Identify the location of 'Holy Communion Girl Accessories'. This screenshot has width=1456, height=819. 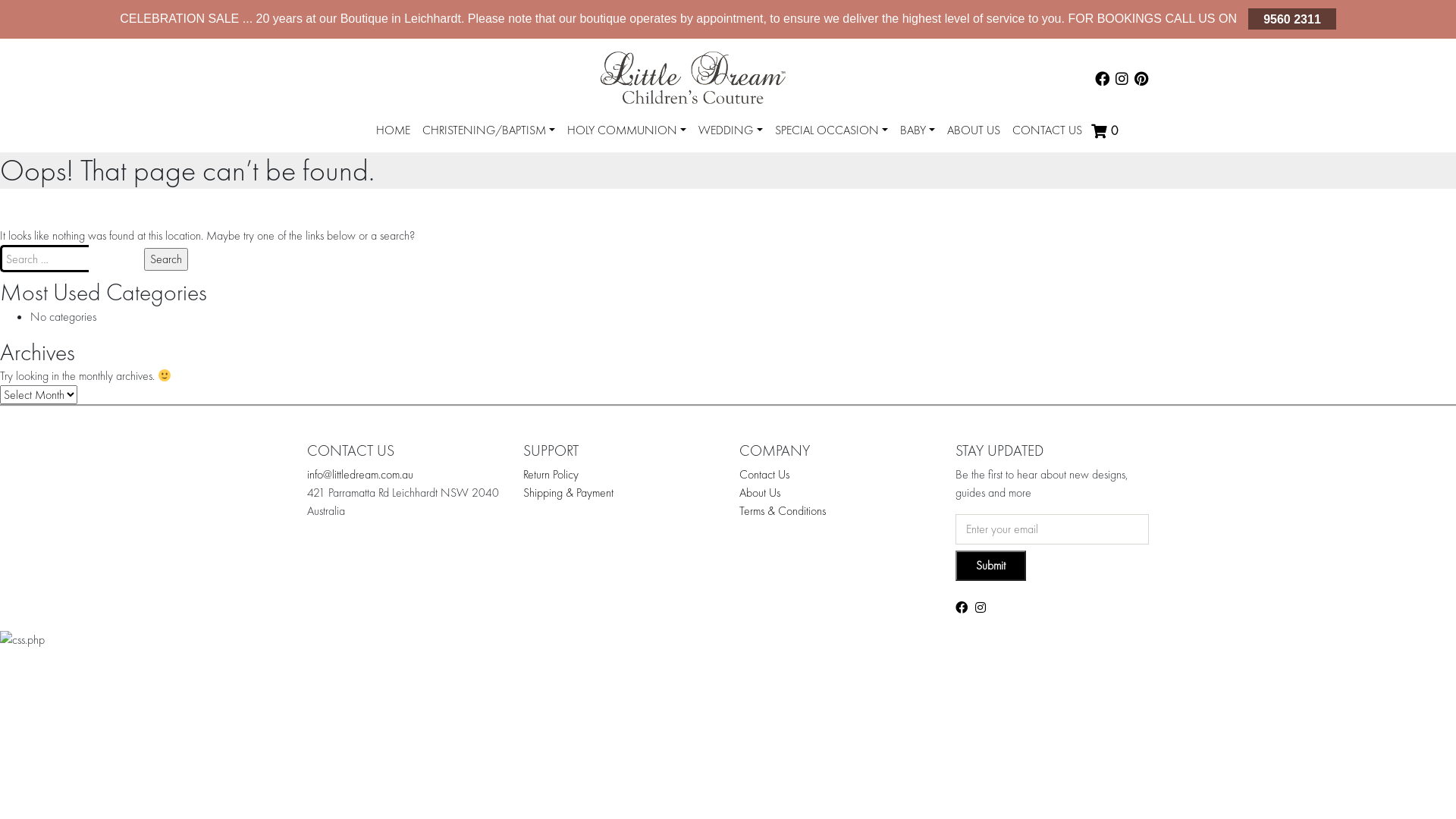
(585, 163).